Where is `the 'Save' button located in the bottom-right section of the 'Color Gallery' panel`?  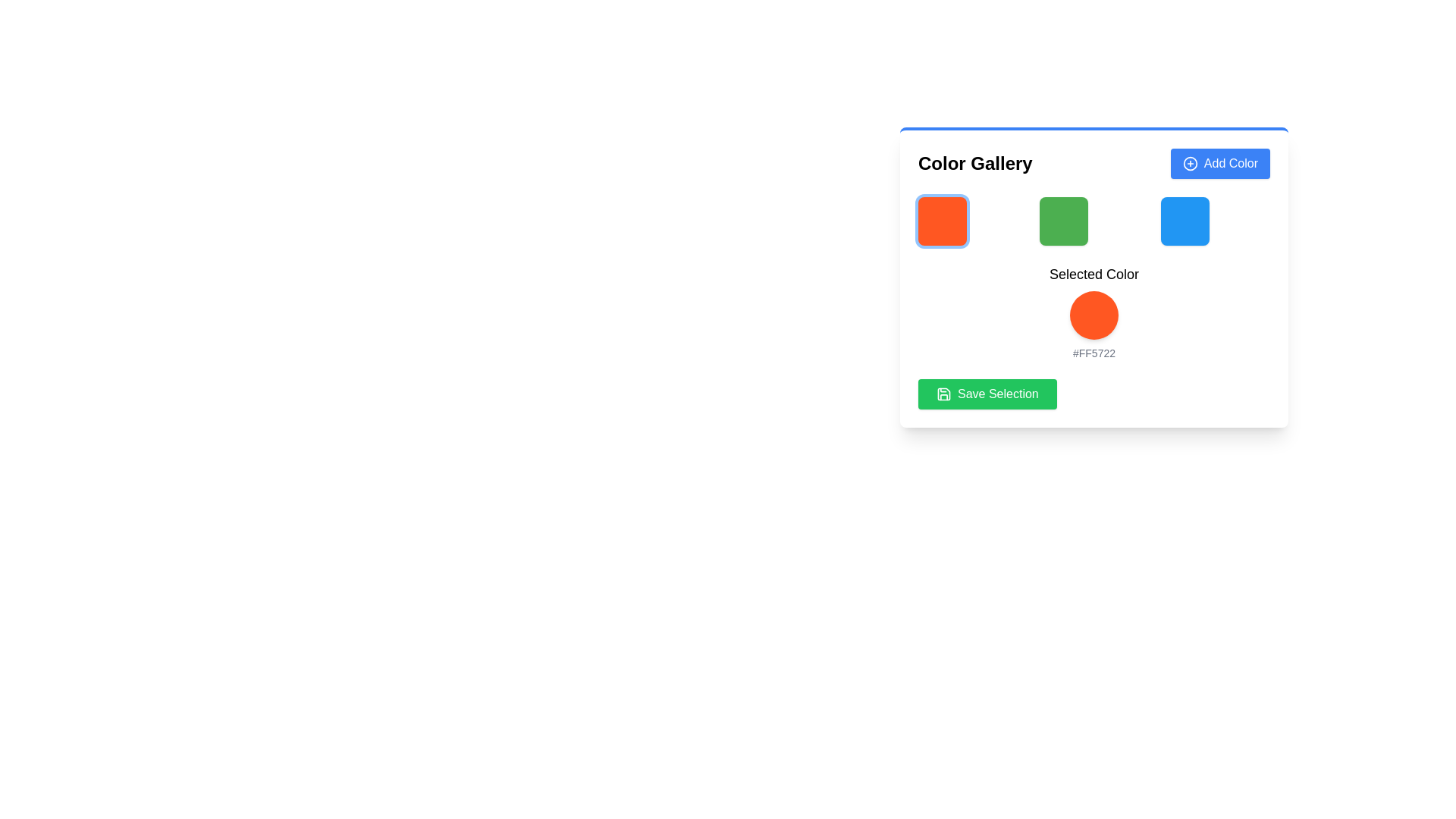 the 'Save' button located in the bottom-right section of the 'Color Gallery' panel is located at coordinates (987, 394).